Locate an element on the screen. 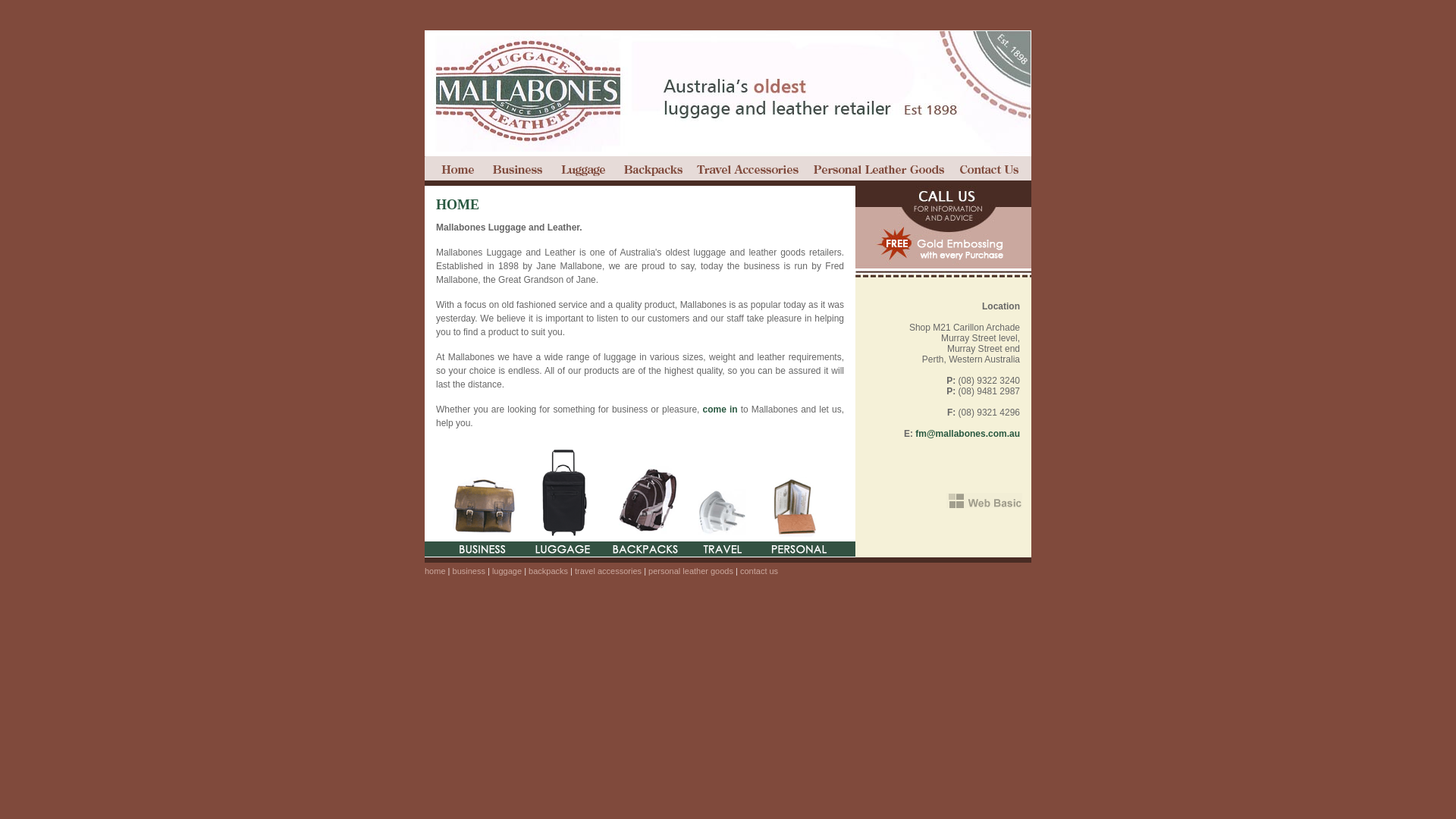  'travel accessories' is located at coordinates (607, 570).